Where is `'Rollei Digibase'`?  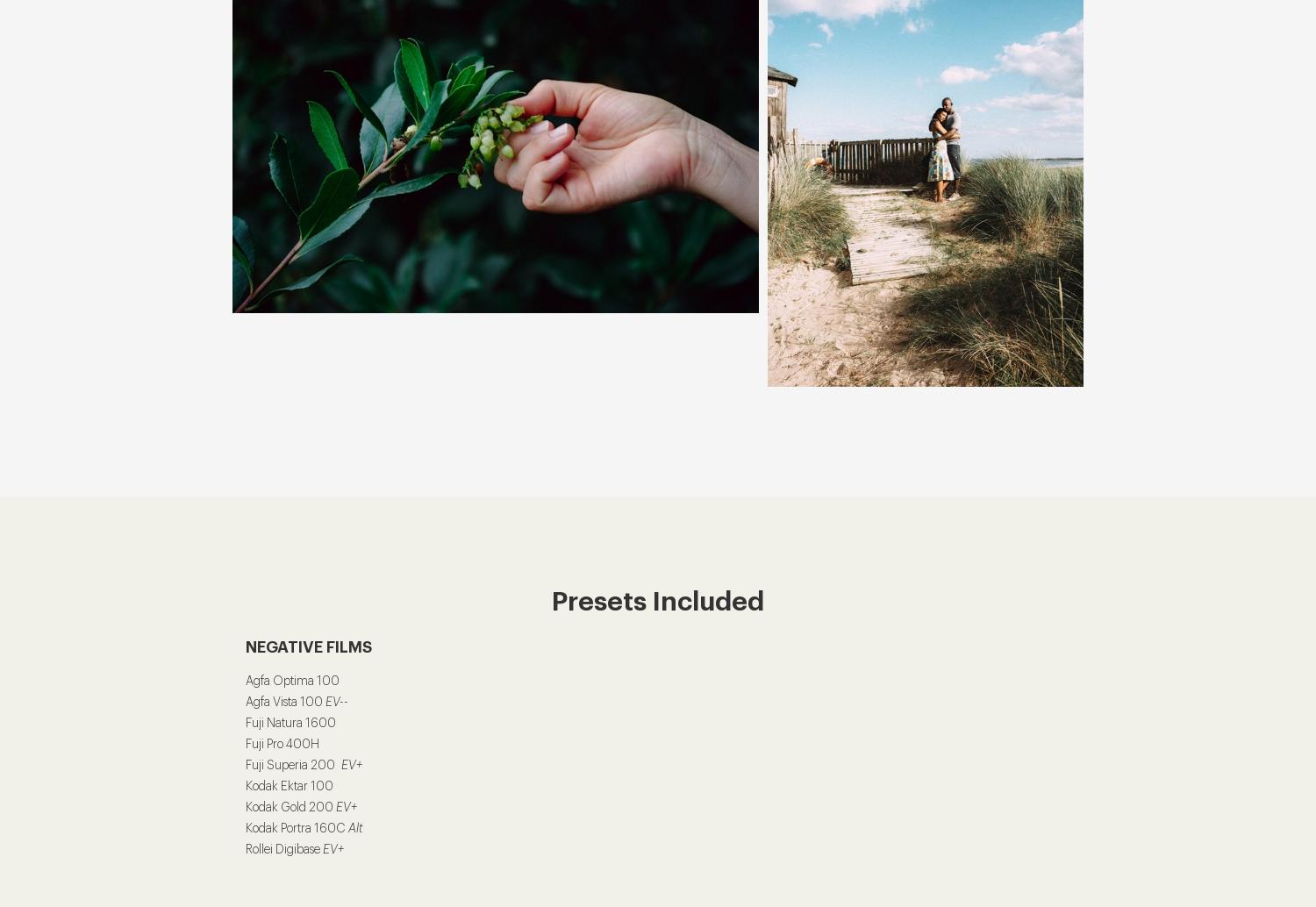 'Rollei Digibase' is located at coordinates (246, 848).